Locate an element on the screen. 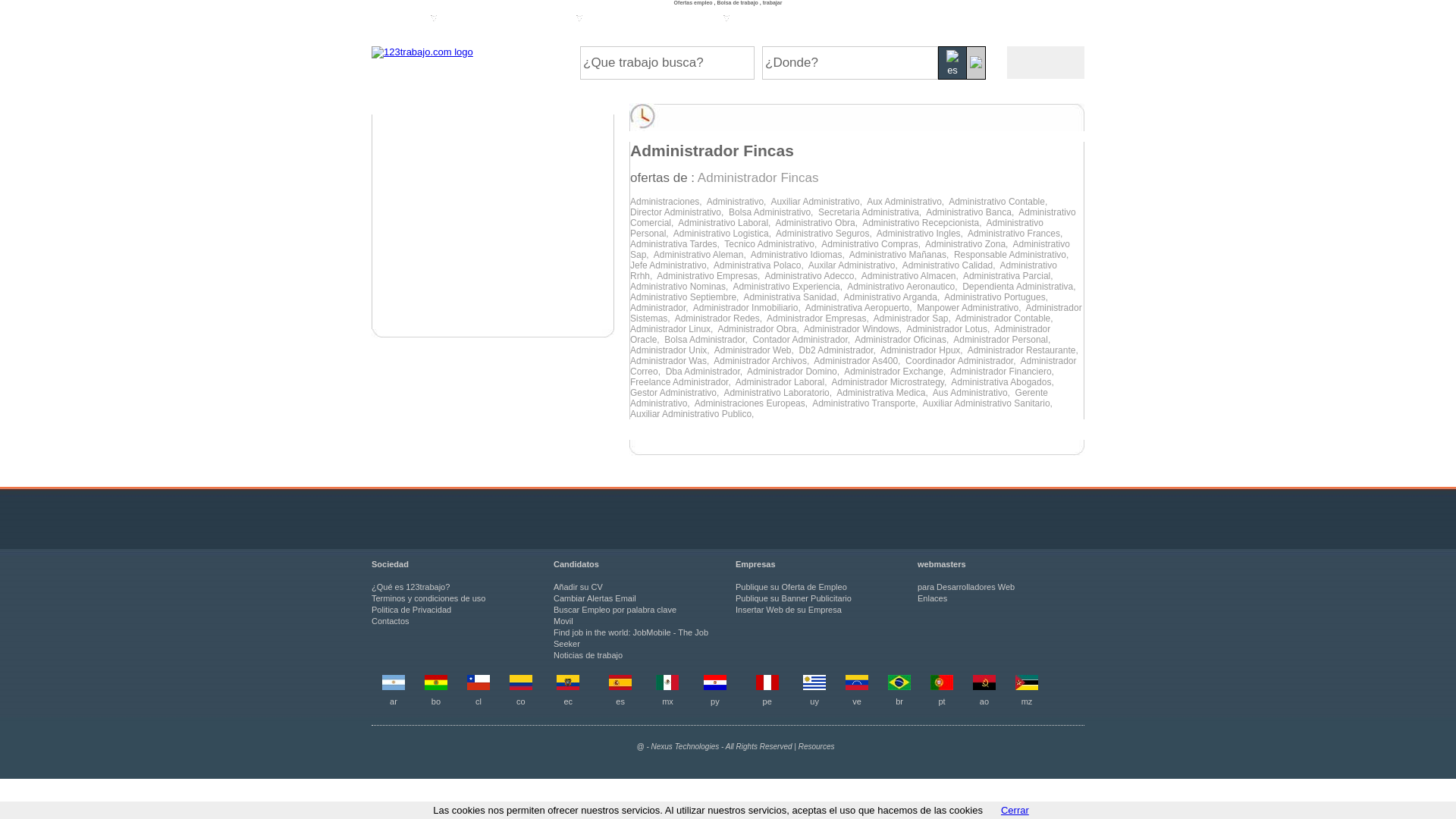  'Administrador Oficinas, ' is located at coordinates (903, 338).